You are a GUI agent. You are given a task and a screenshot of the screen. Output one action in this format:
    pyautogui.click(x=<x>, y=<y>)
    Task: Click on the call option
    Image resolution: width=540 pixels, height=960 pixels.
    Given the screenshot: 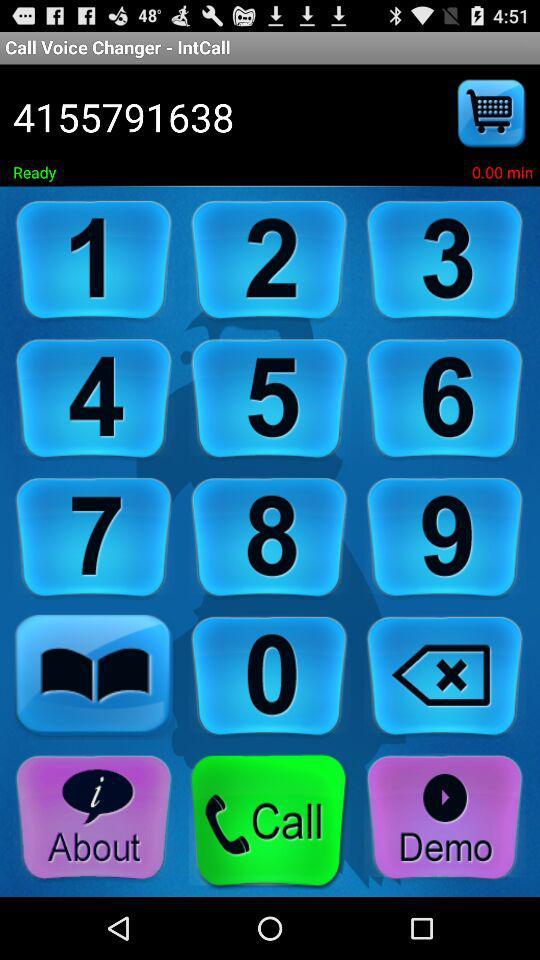 What is the action you would take?
    pyautogui.click(x=269, y=821)
    